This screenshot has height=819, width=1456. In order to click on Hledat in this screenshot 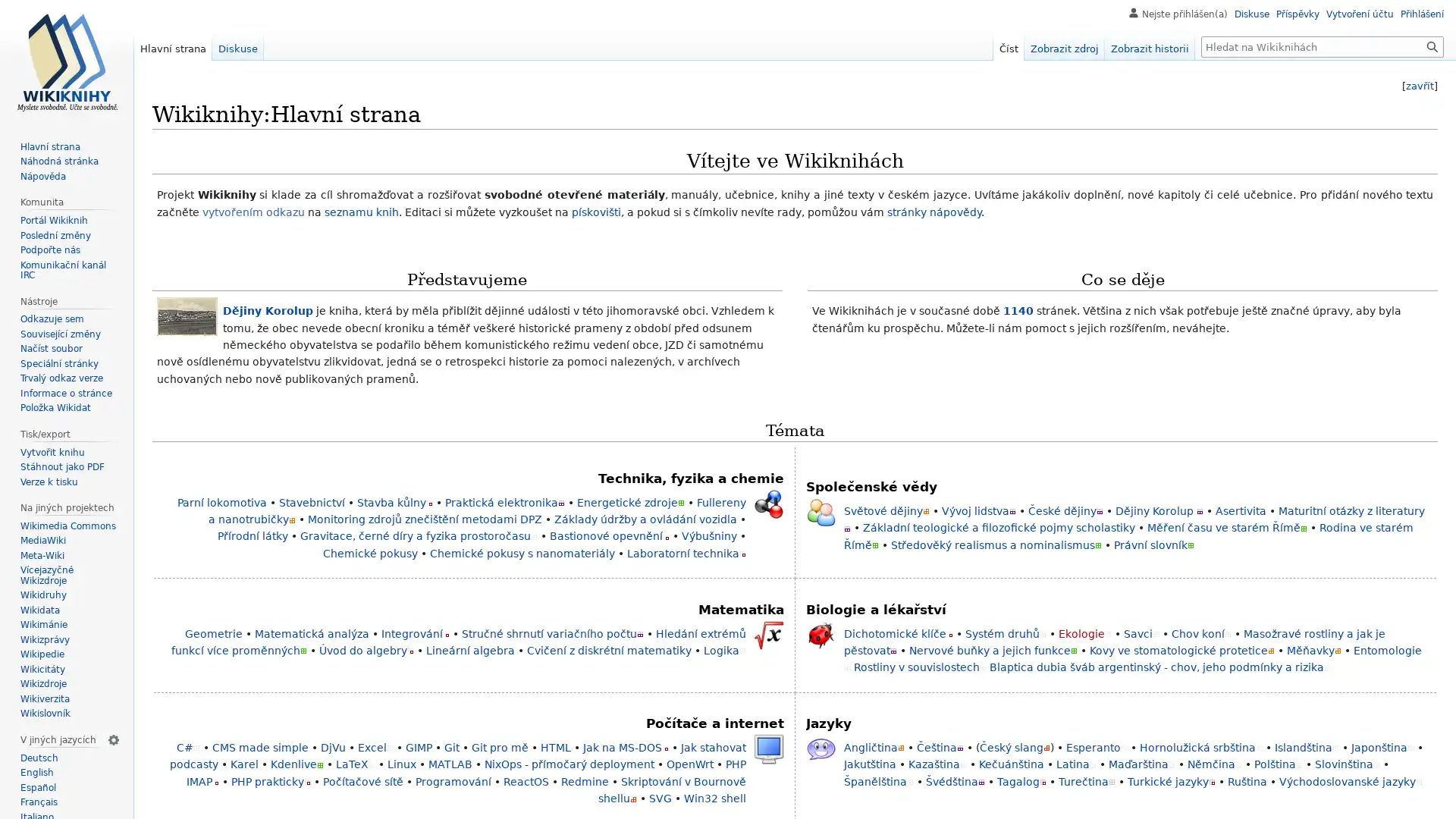, I will do `click(1432, 45)`.